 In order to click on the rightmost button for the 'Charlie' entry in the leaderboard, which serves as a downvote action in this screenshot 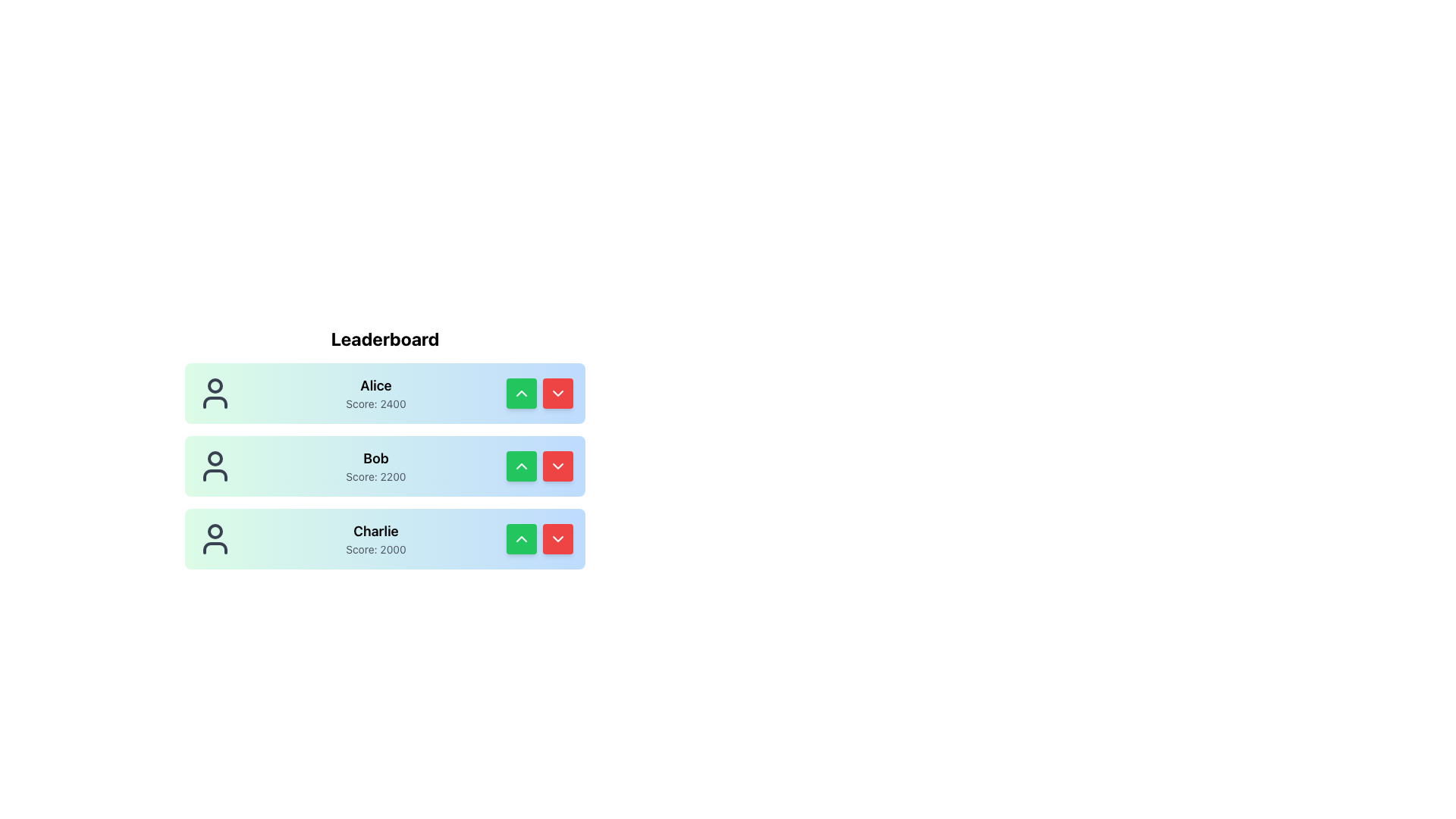, I will do `click(557, 538)`.